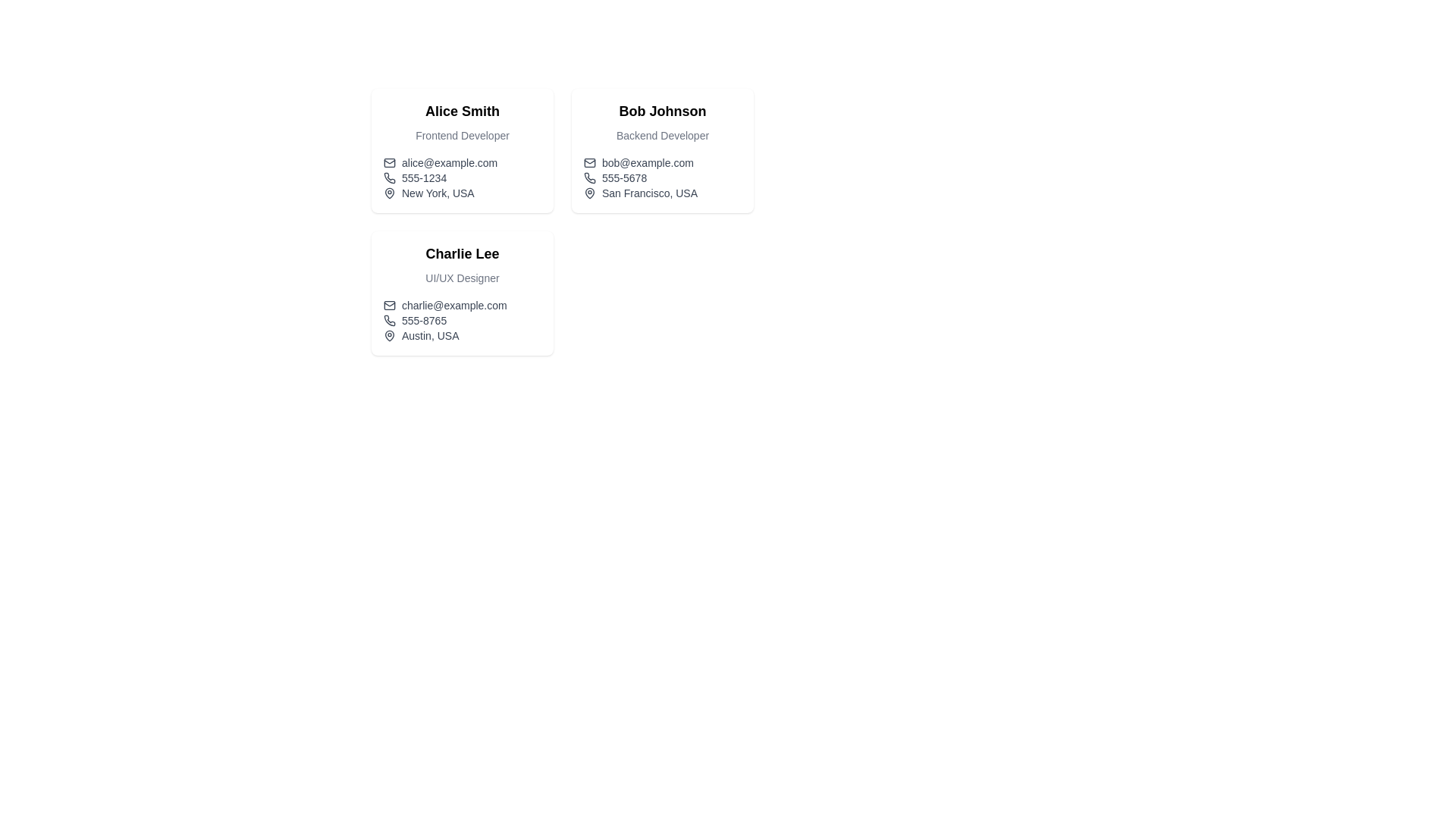 The image size is (1456, 819). Describe the element at coordinates (662, 151) in the screenshot. I see `the information card displaying details for Bob Johnson, located in the second column of the first row among three similar cards` at that location.